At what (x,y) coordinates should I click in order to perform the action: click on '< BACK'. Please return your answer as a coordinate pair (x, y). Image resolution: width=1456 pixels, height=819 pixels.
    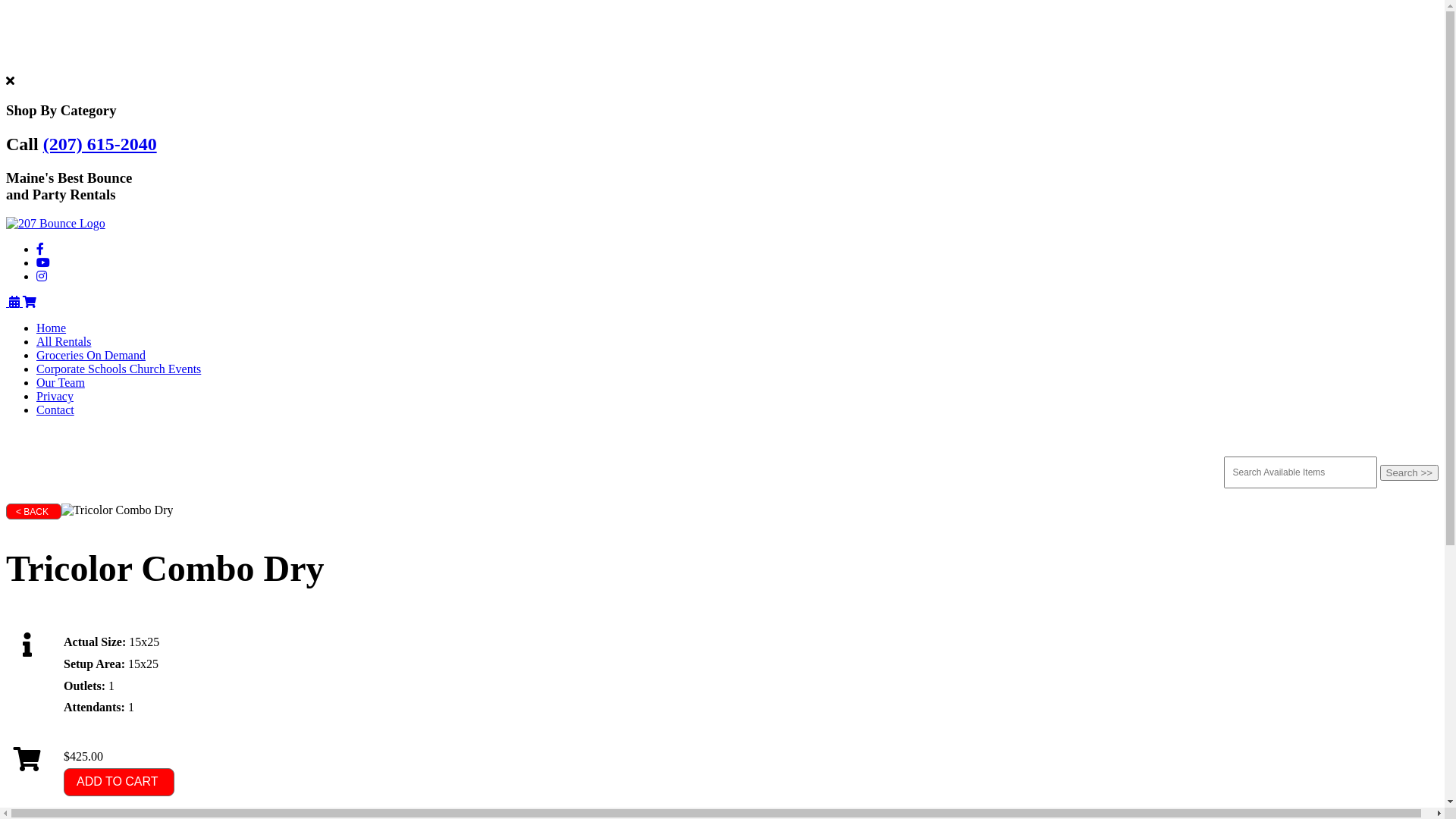
    Looking at the image, I should click on (6, 511).